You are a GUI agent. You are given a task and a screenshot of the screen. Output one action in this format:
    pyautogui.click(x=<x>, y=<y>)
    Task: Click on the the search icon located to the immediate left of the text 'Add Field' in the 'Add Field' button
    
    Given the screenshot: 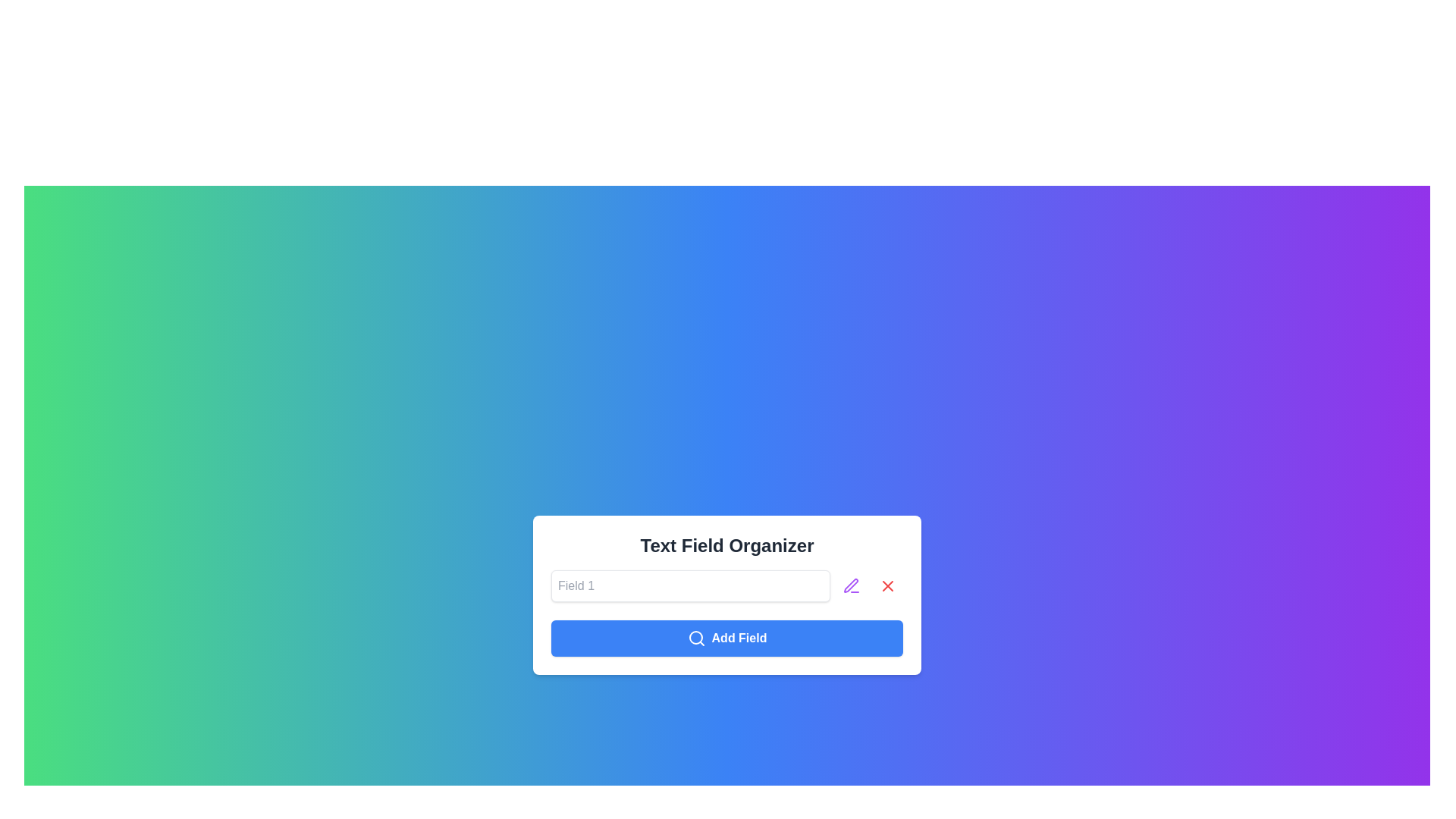 What is the action you would take?
    pyautogui.click(x=695, y=638)
    